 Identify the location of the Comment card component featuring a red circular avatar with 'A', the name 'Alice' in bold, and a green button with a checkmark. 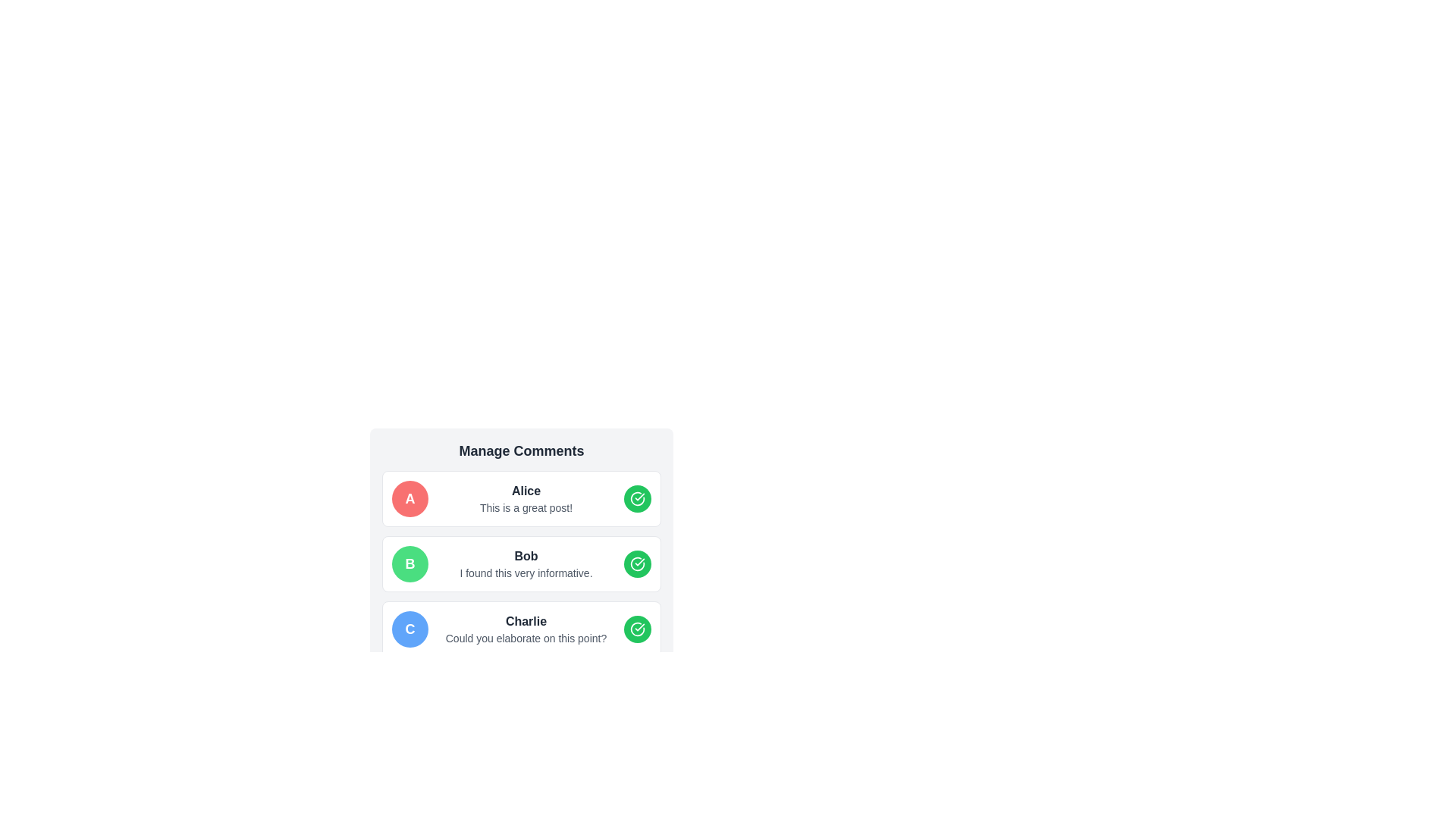
(521, 499).